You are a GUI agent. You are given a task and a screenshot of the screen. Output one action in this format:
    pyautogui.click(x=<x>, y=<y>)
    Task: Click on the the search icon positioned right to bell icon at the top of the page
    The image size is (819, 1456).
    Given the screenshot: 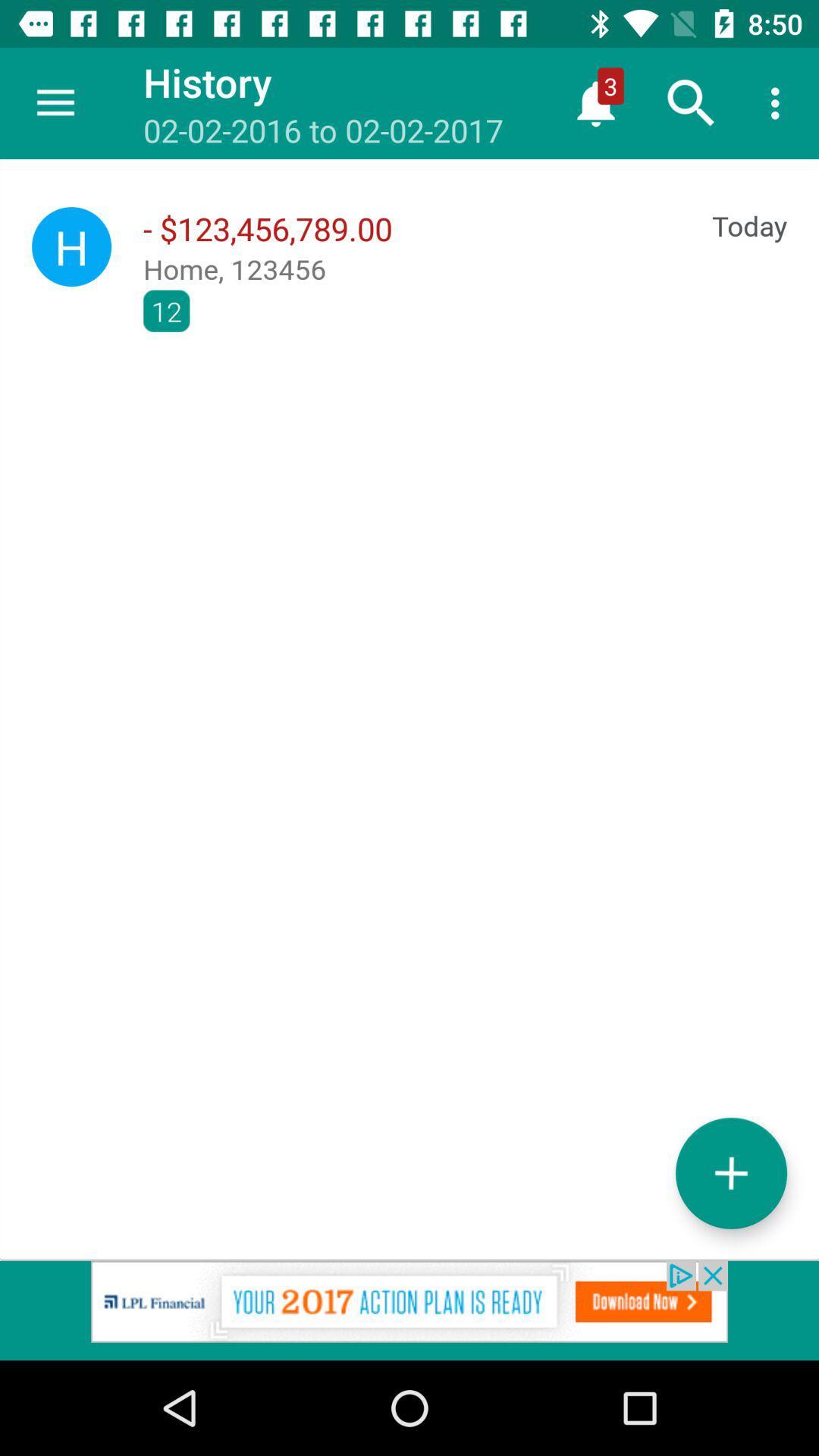 What is the action you would take?
    pyautogui.click(x=691, y=103)
    